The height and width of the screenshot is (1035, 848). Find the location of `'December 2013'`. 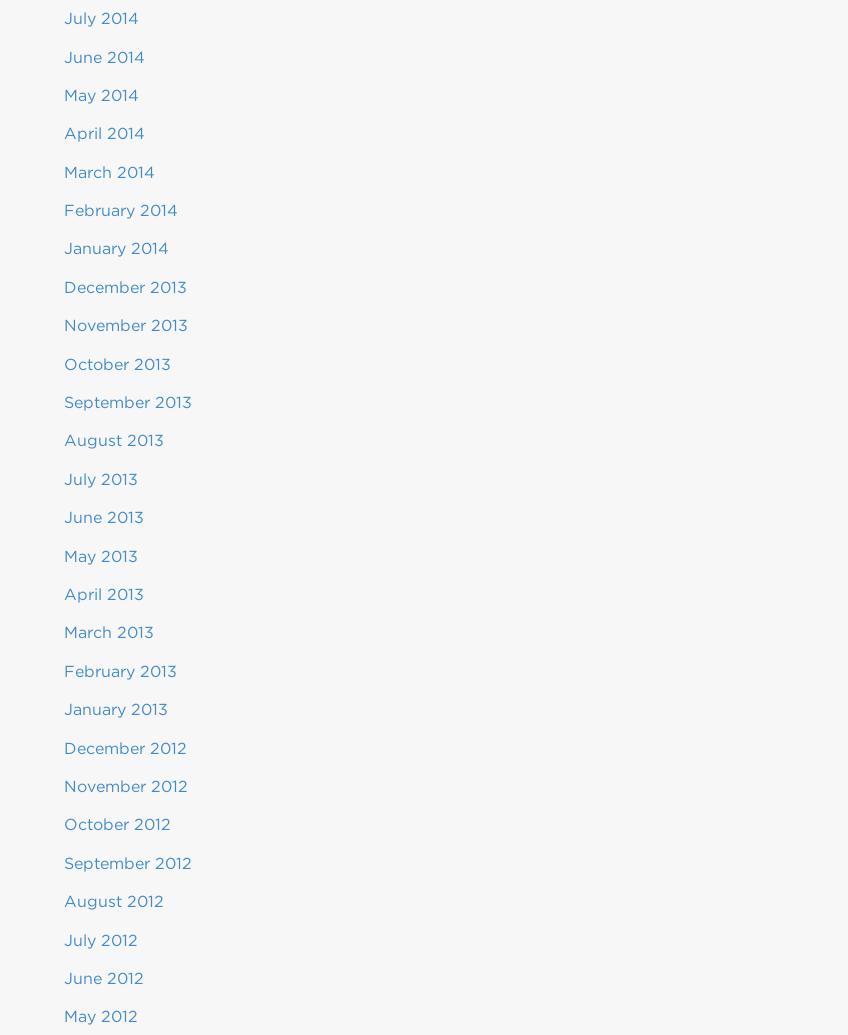

'December 2013' is located at coordinates (64, 286).